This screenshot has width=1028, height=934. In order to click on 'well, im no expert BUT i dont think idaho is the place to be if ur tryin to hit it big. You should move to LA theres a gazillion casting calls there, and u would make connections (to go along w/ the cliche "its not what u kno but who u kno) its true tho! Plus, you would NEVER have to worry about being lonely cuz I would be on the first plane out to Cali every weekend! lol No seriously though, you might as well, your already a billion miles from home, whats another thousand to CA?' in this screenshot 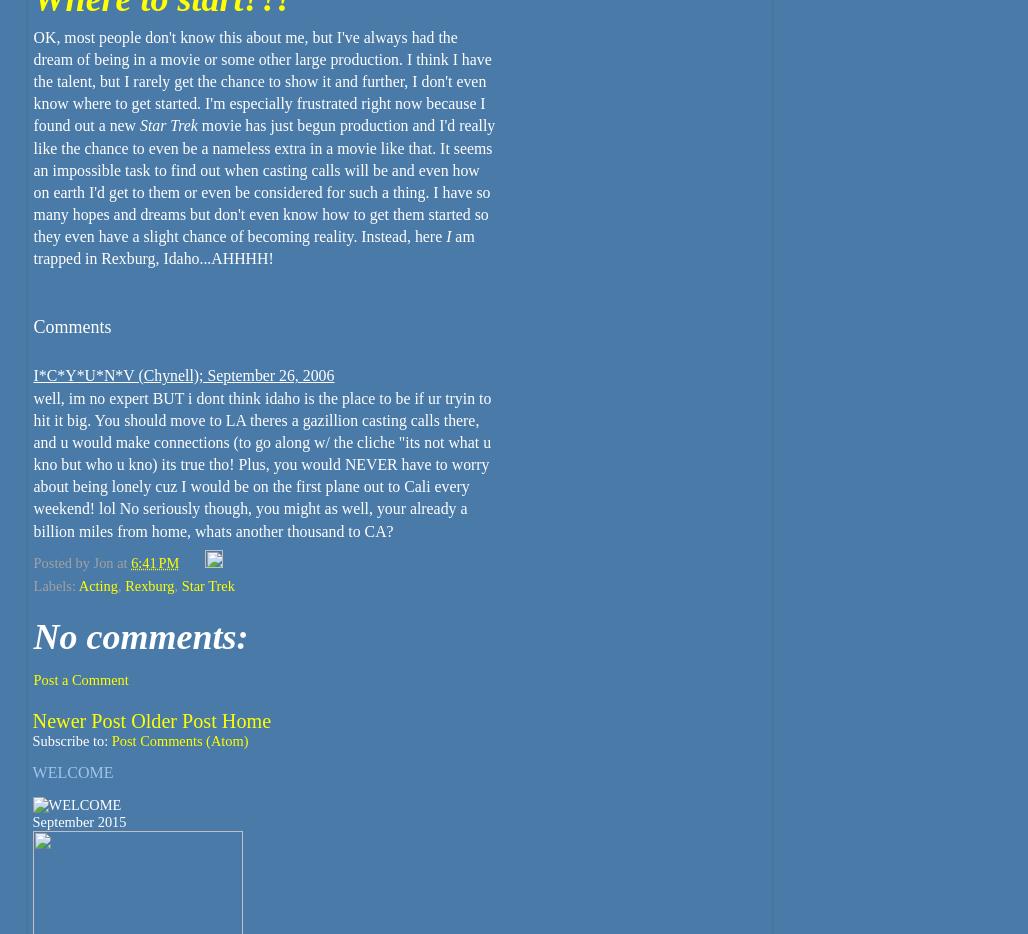, I will do `click(262, 464)`.